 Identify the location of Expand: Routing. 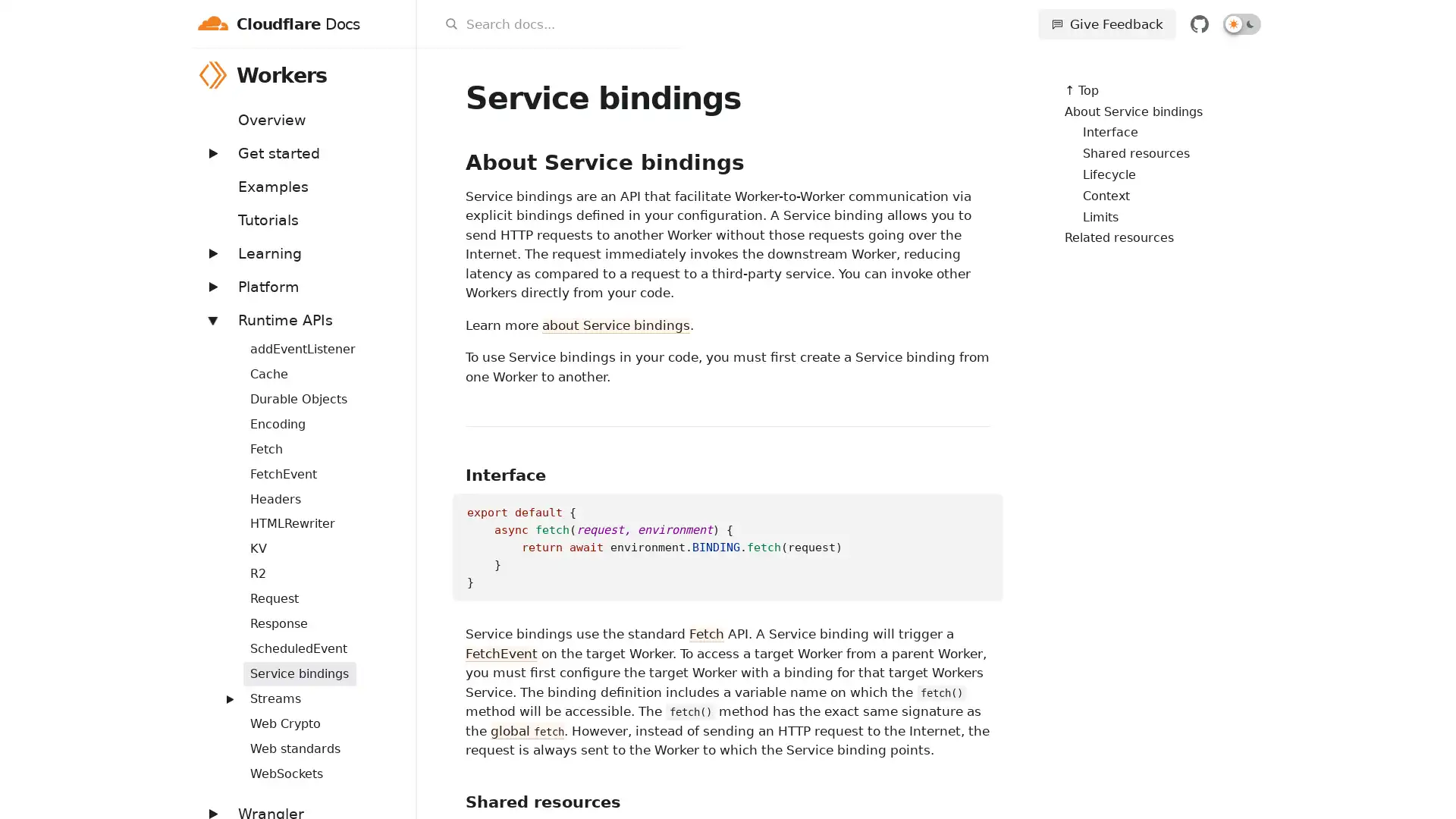
(221, 640).